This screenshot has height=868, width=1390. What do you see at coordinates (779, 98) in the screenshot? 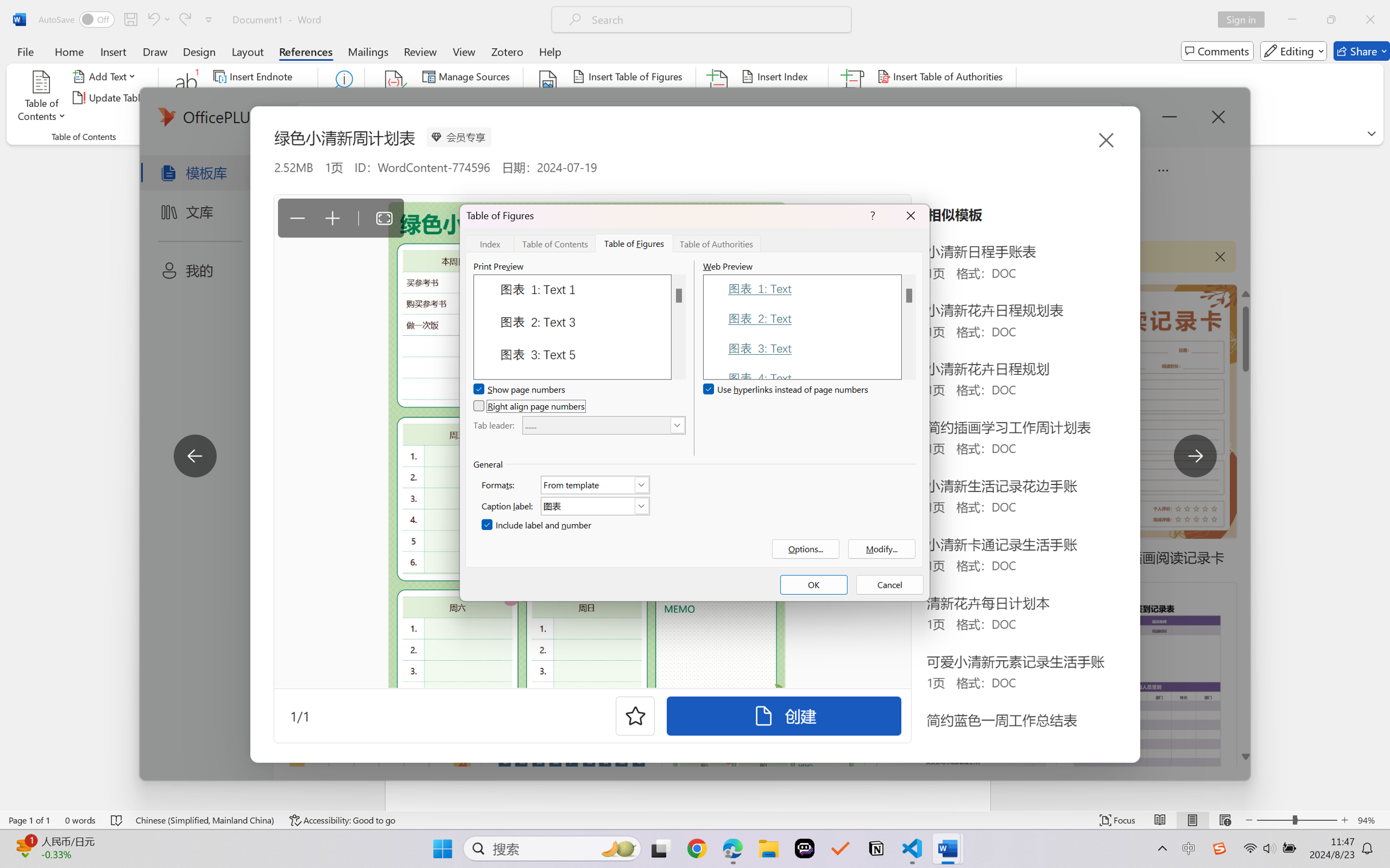
I see `'Update Index'` at bounding box center [779, 98].